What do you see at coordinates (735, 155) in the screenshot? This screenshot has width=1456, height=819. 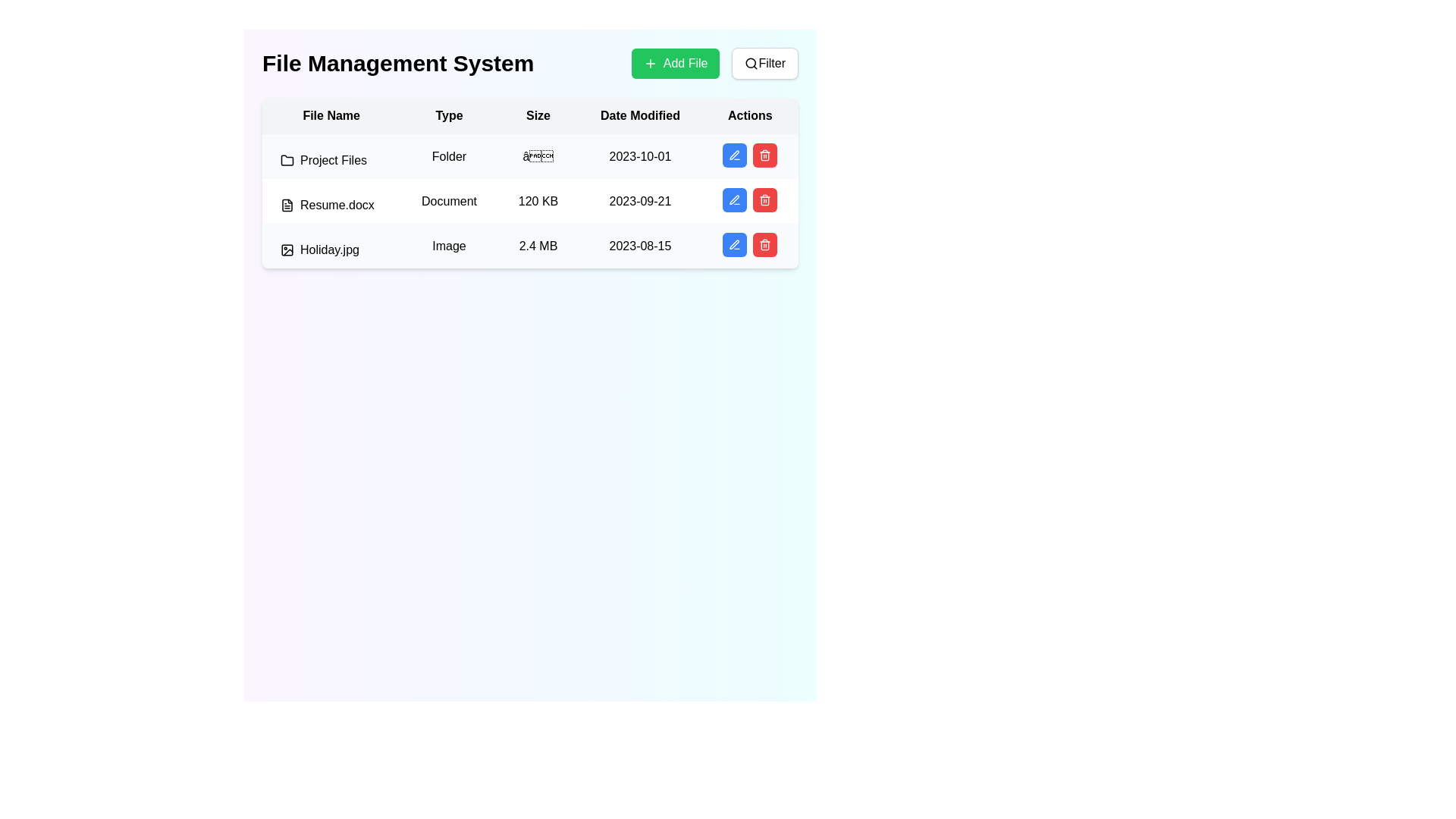 I see `the edit action icon embedded within a blue circular button located in the 'Actions' column of the second row in the table` at bounding box center [735, 155].